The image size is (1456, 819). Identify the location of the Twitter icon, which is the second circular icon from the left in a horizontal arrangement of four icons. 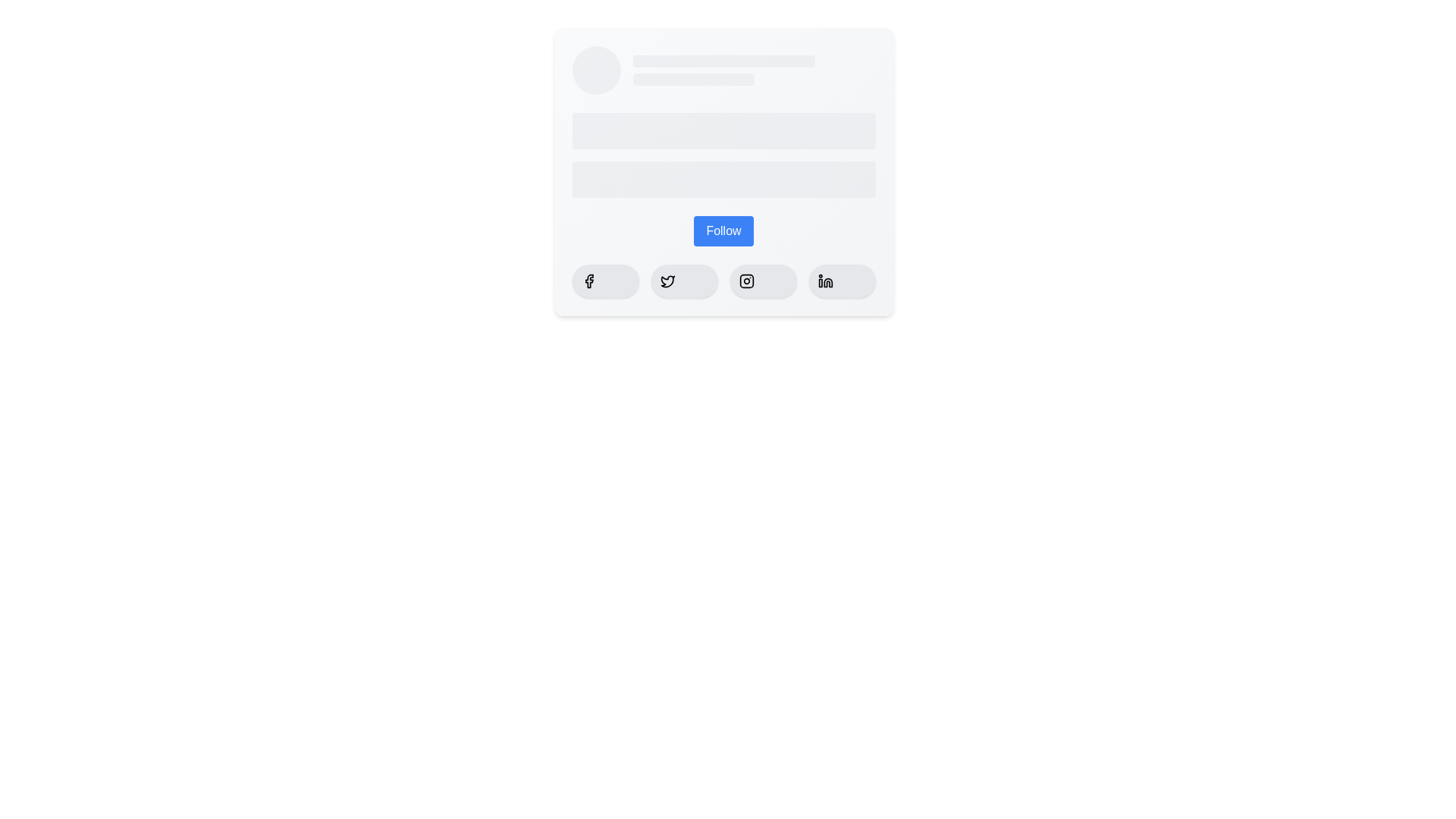
(667, 281).